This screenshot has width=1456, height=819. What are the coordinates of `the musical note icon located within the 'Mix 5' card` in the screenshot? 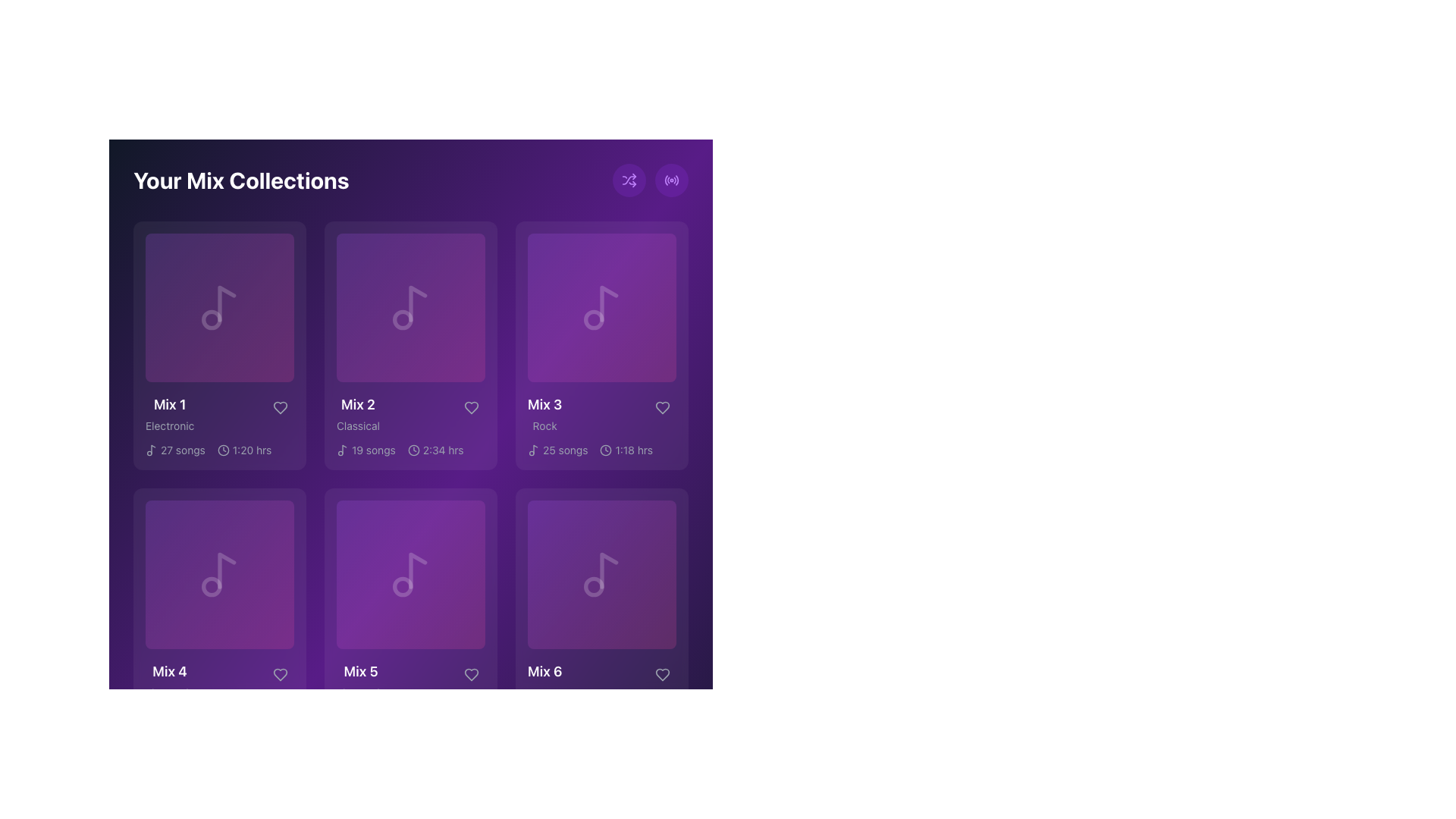 It's located at (418, 570).